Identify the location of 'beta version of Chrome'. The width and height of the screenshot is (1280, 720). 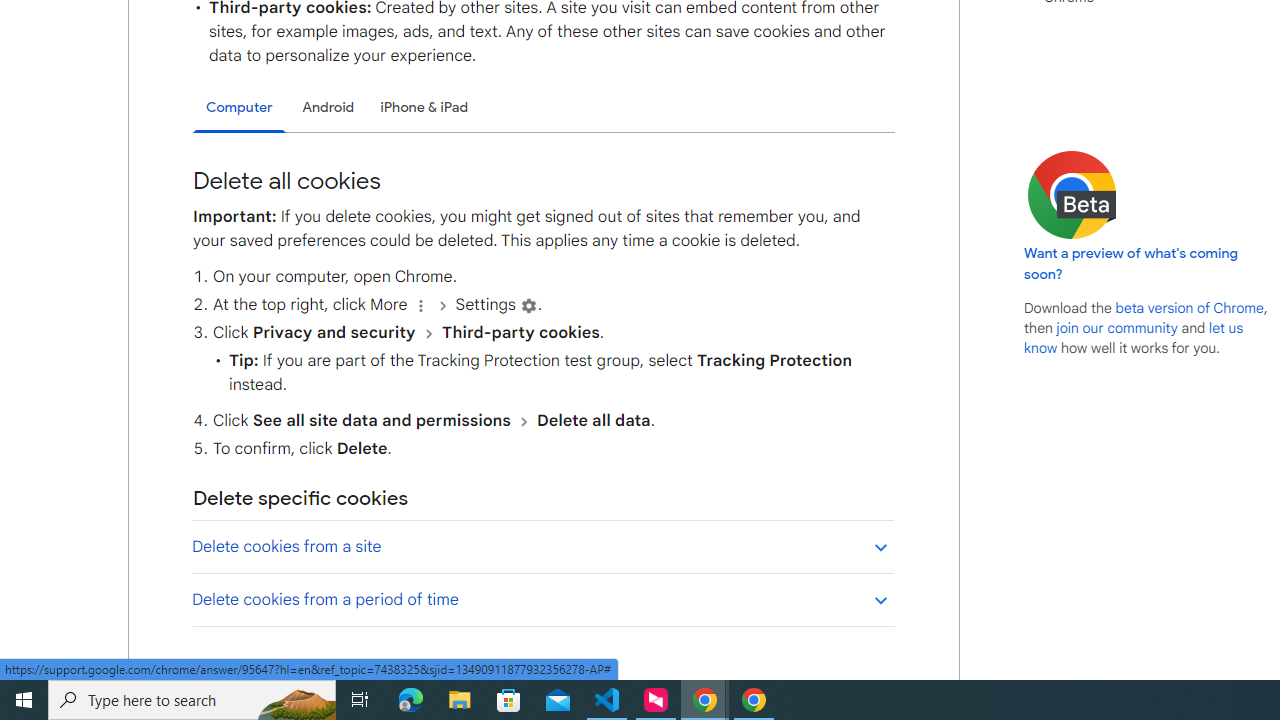
(1189, 307).